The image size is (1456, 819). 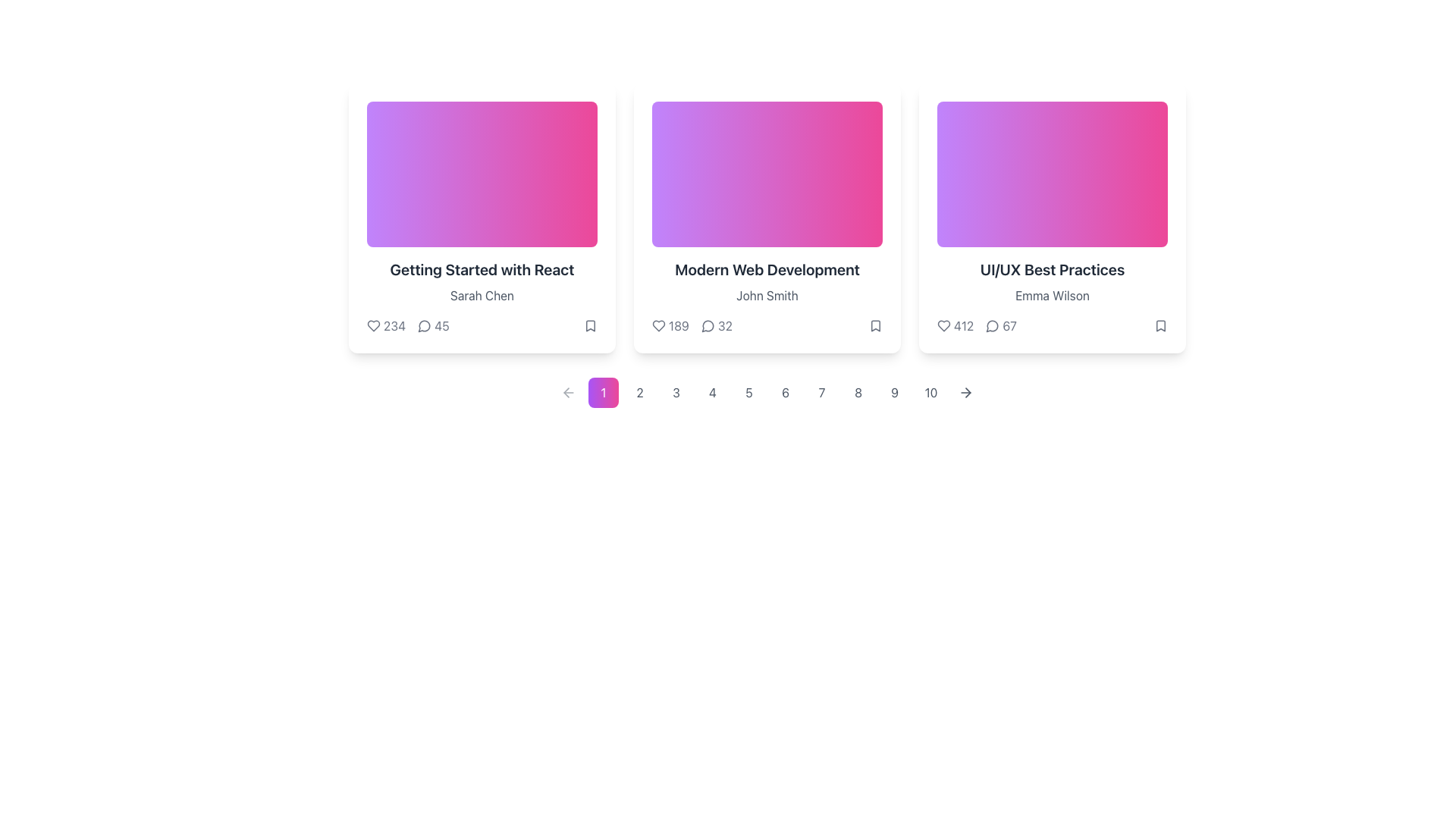 I want to click on the heart icon located adjacent to the numeric count '234' in the like indicator section of the 'Getting Started with React' card to express interest or approval, so click(x=374, y=325).